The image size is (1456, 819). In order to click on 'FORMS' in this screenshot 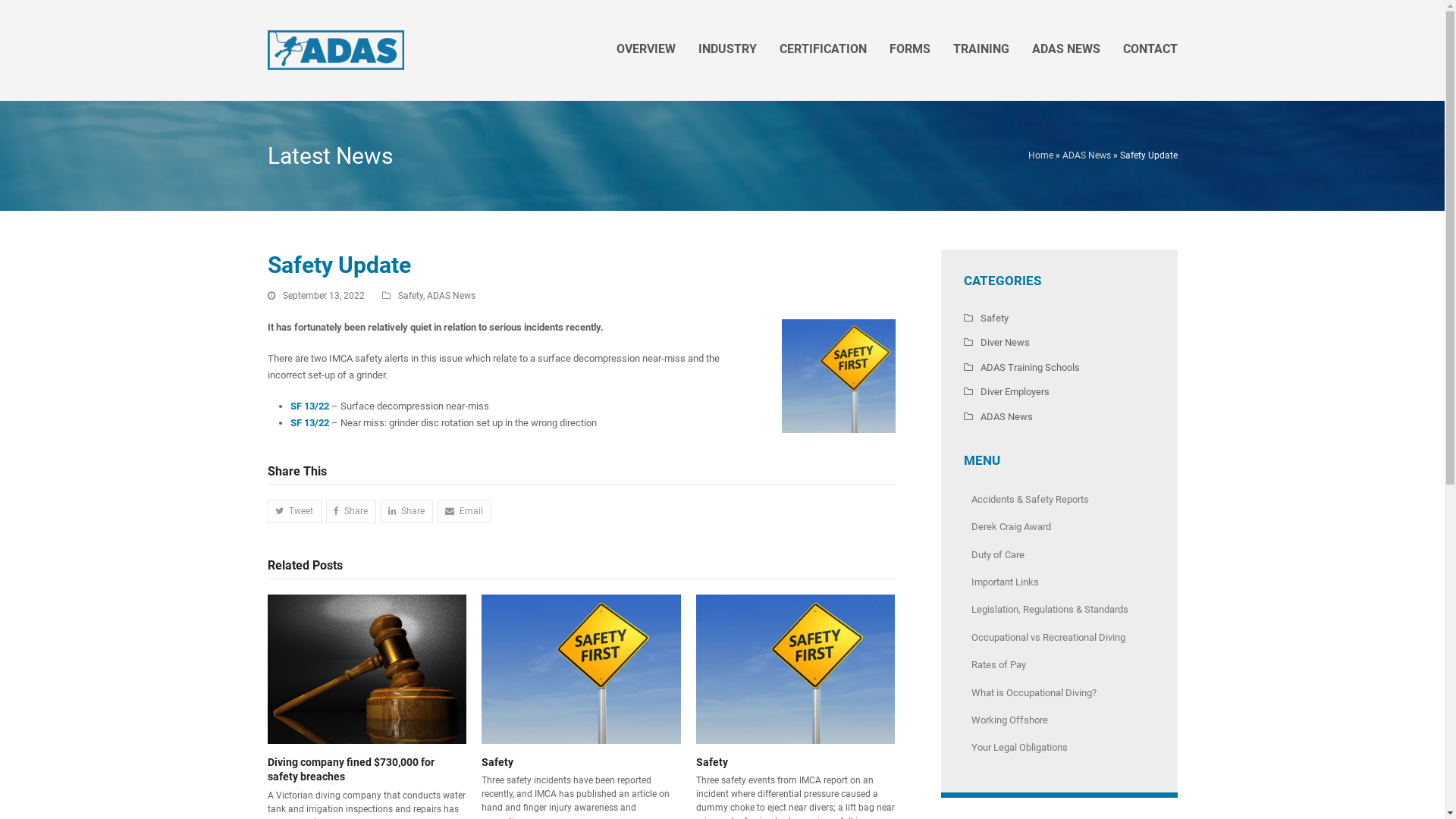, I will do `click(910, 49)`.